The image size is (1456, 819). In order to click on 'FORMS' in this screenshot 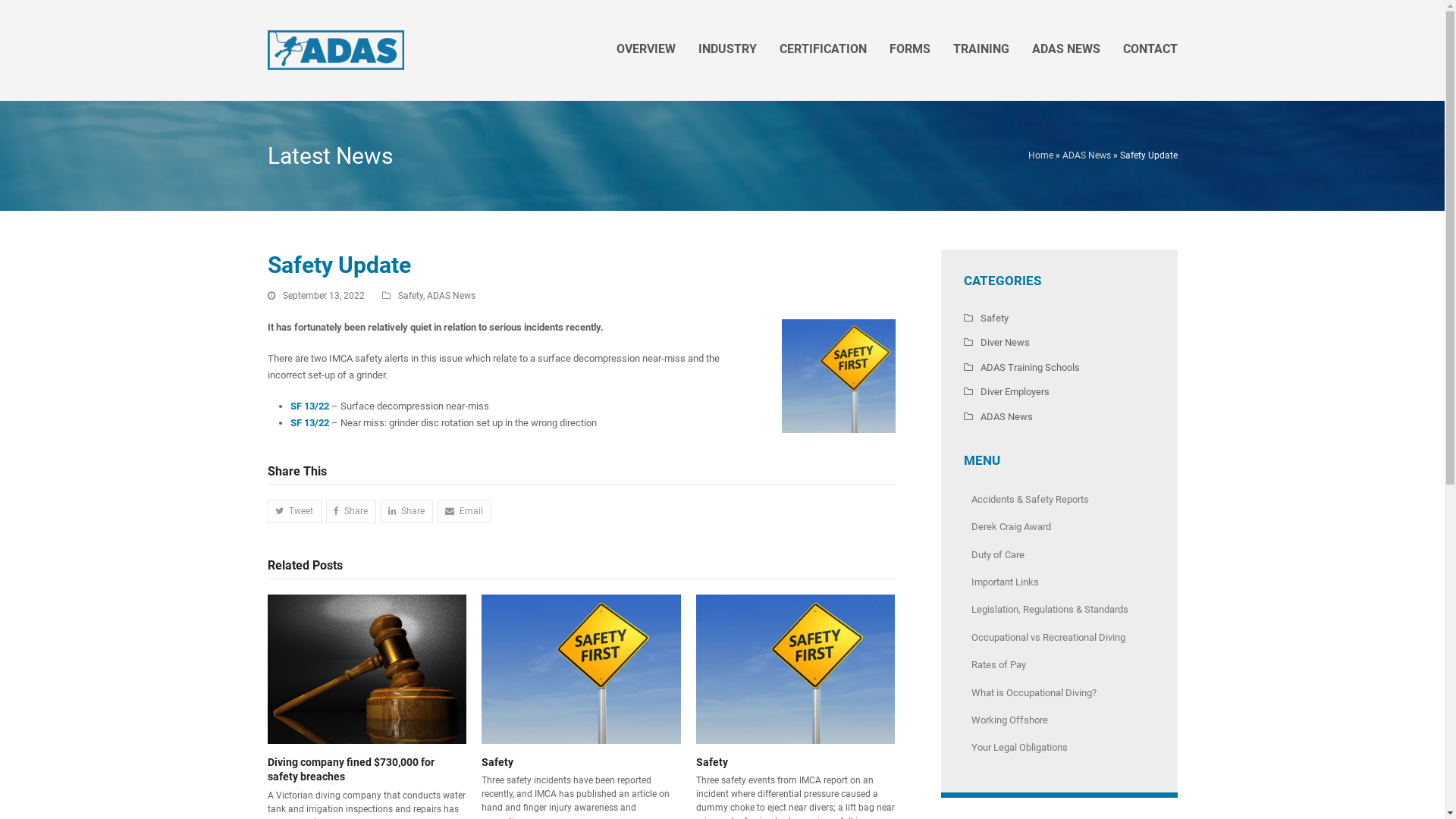, I will do `click(910, 49)`.